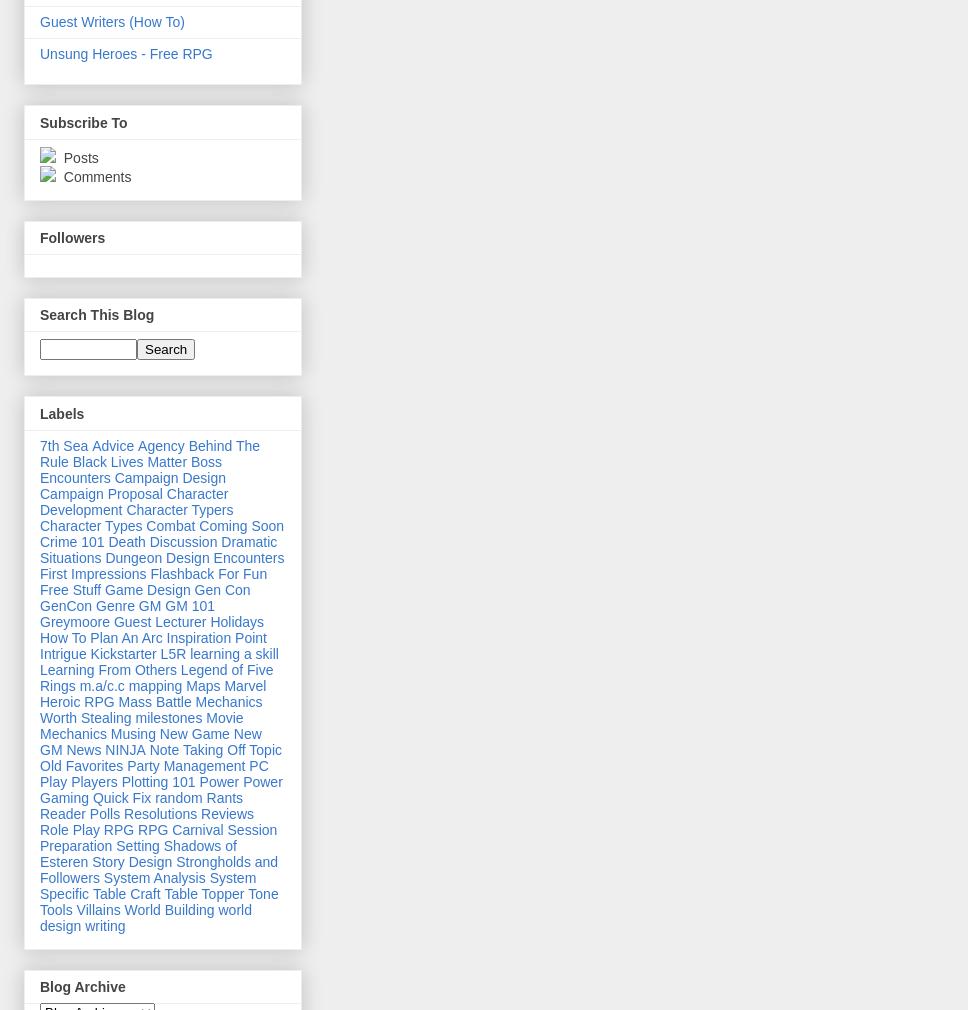 The image size is (968, 1010). What do you see at coordinates (223, 796) in the screenshot?
I see `'Rants'` at bounding box center [223, 796].